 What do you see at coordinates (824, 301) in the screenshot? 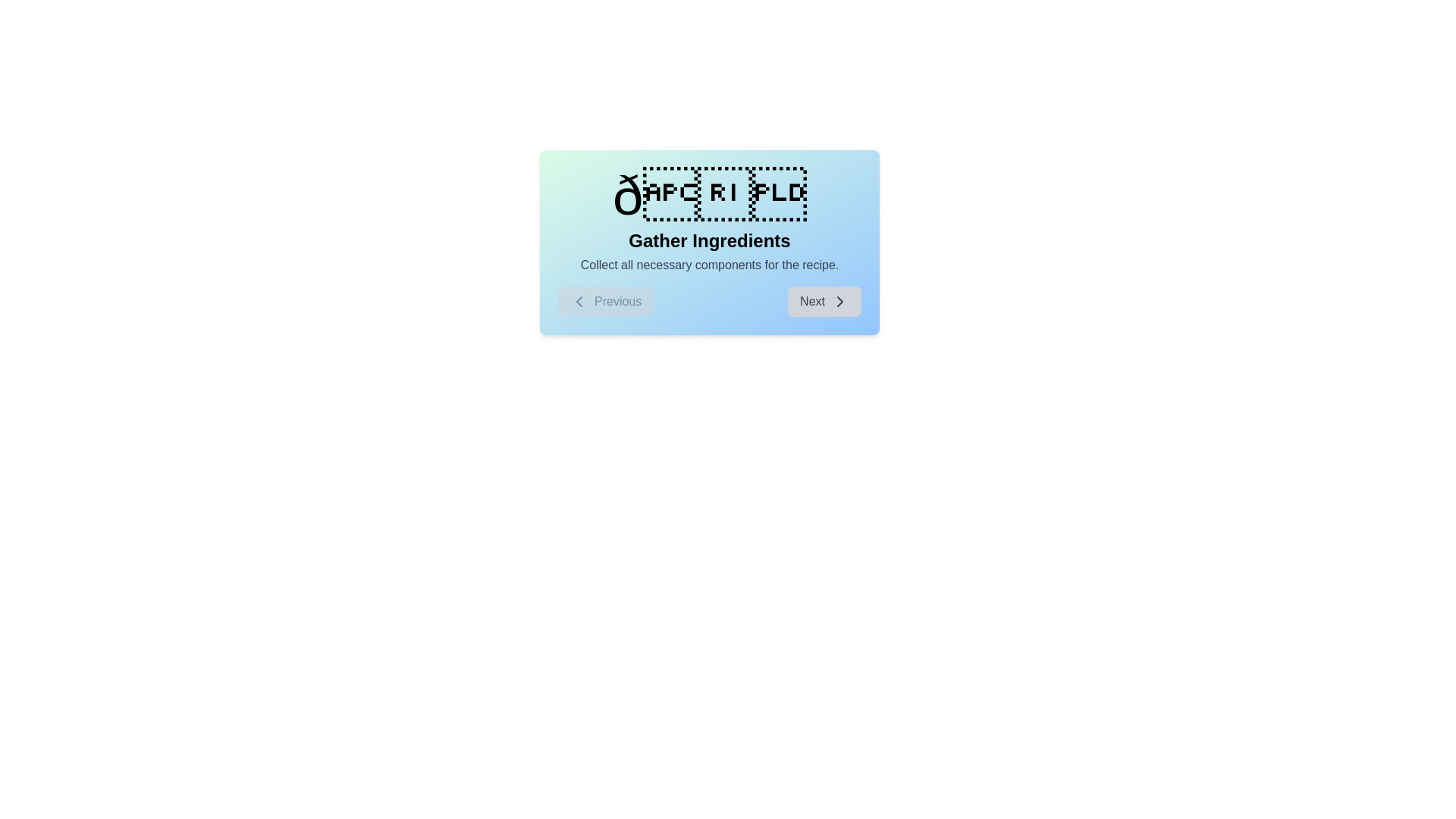
I see `the 'Next' button to navigate to the next step` at bounding box center [824, 301].